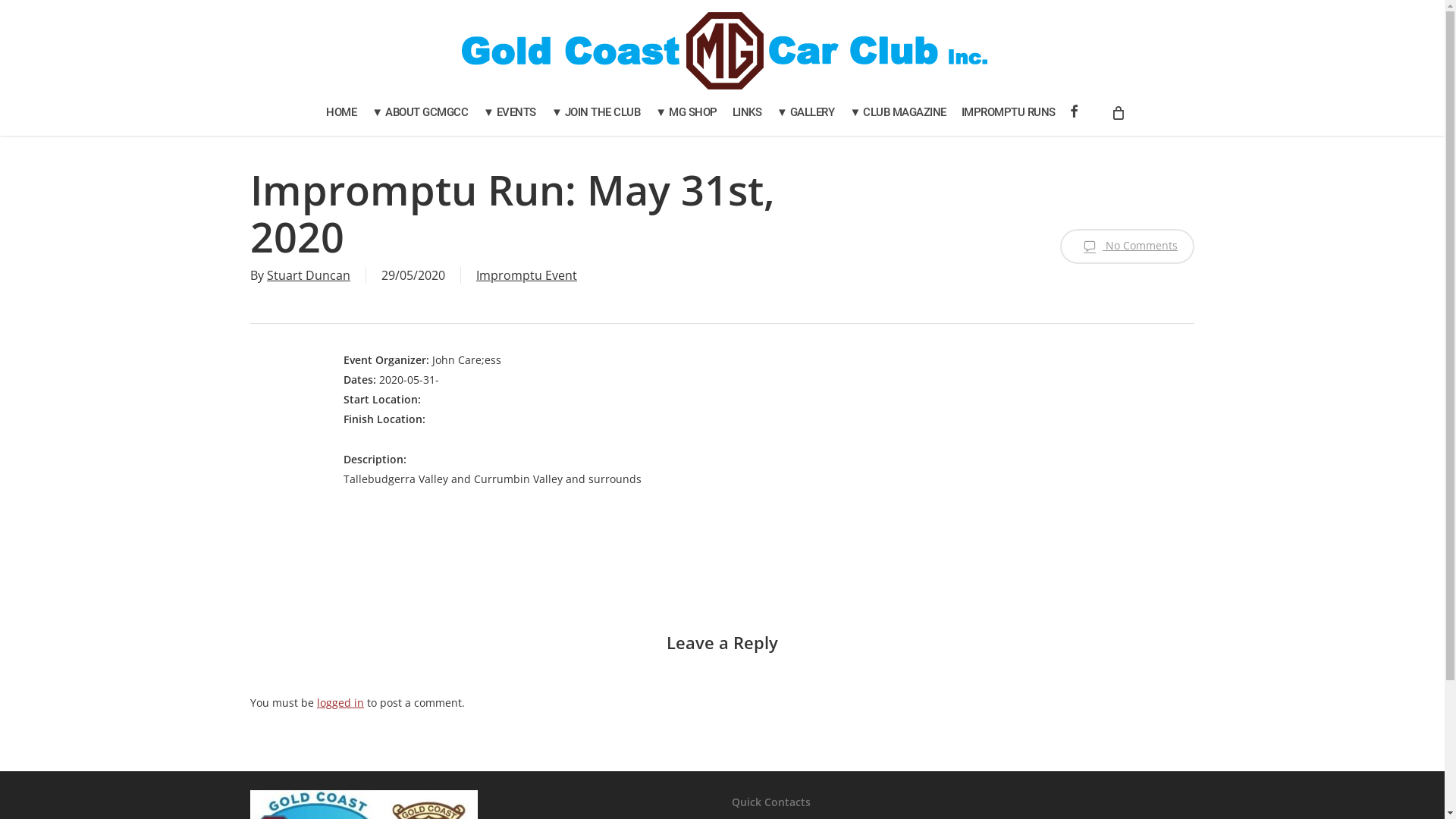  Describe the element at coordinates (747, 111) in the screenshot. I see `'LINKS'` at that location.